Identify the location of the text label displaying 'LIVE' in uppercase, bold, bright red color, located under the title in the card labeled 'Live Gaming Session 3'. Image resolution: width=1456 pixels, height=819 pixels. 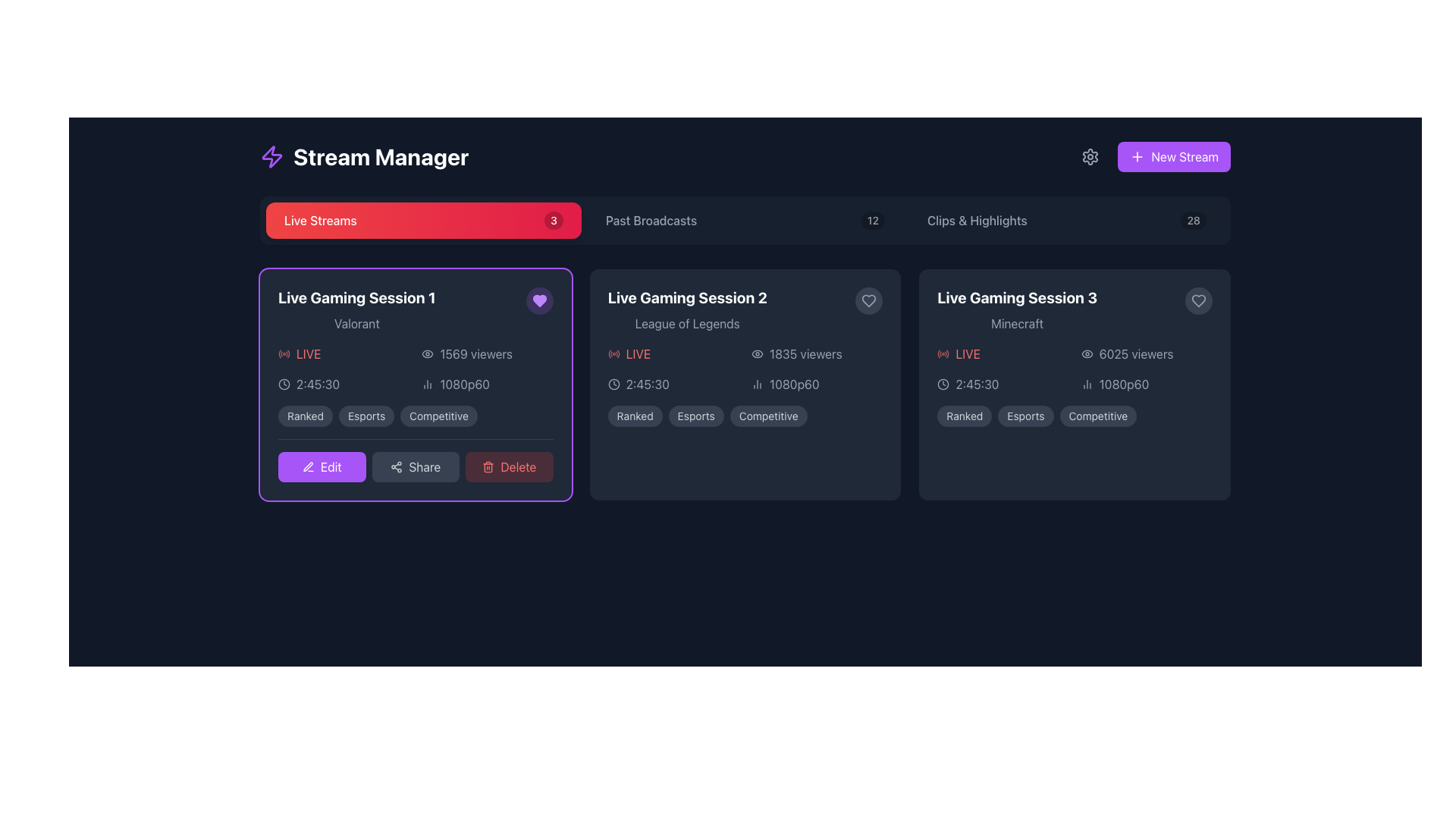
(967, 353).